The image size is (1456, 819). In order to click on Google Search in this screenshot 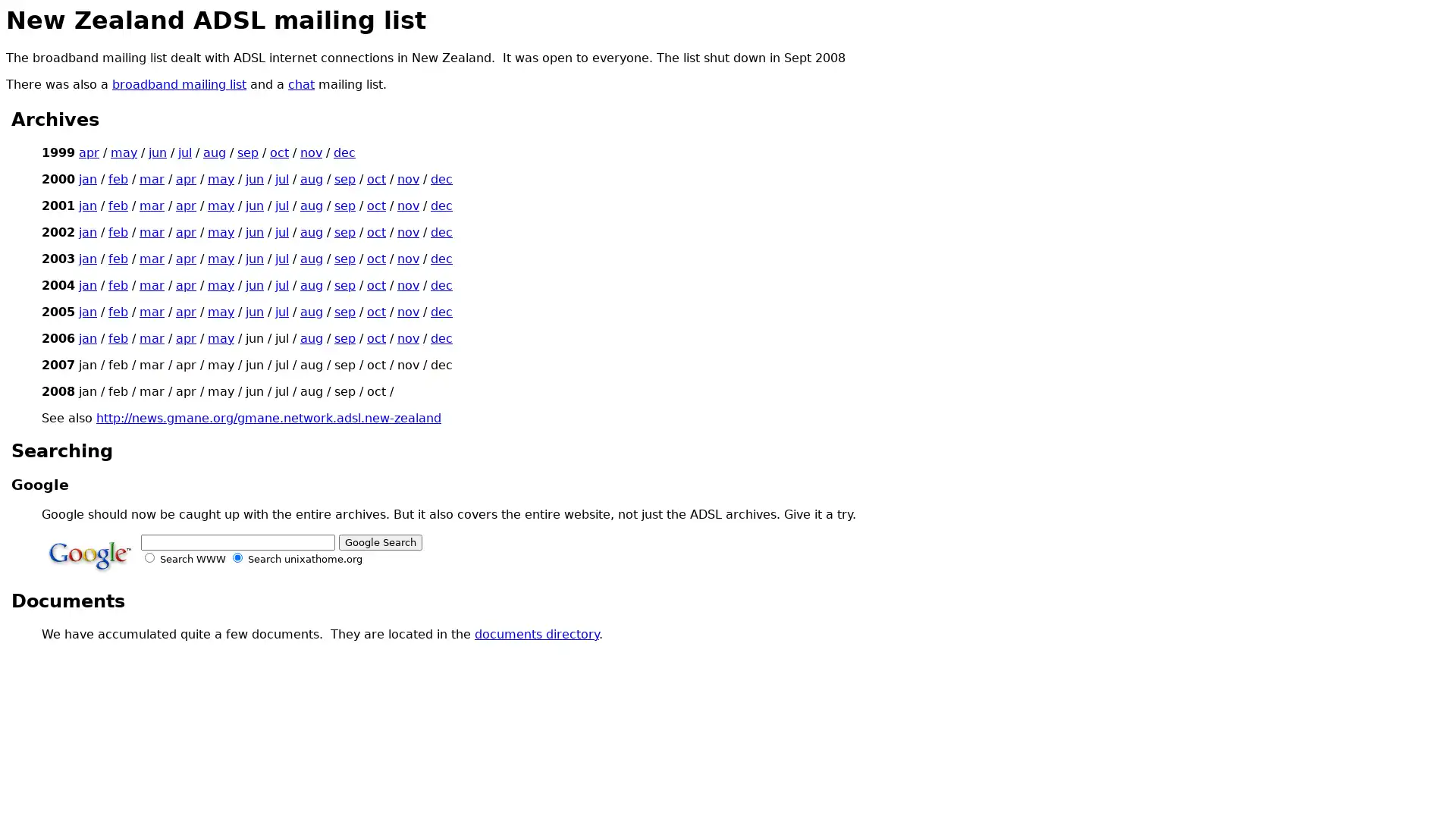, I will do `click(381, 541)`.